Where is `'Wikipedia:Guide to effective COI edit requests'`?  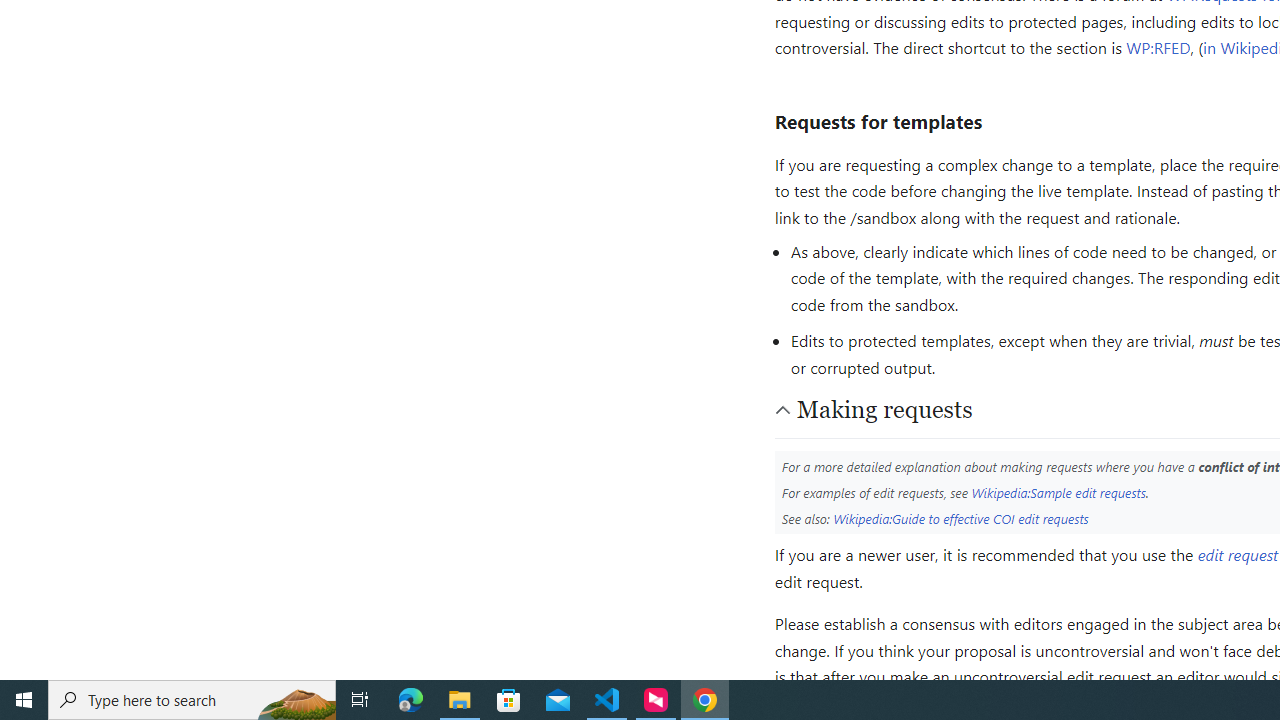 'Wikipedia:Guide to effective COI edit requests' is located at coordinates (961, 517).